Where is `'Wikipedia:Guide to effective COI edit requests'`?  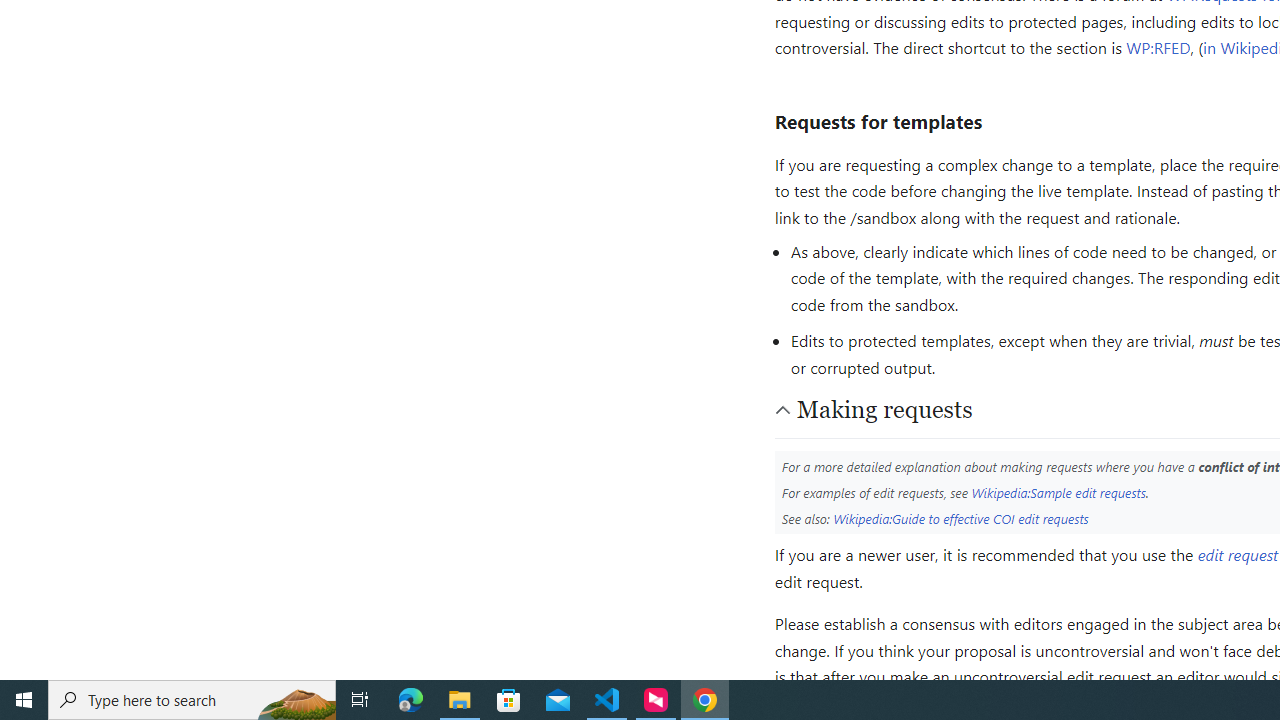 'Wikipedia:Guide to effective COI edit requests' is located at coordinates (961, 517).